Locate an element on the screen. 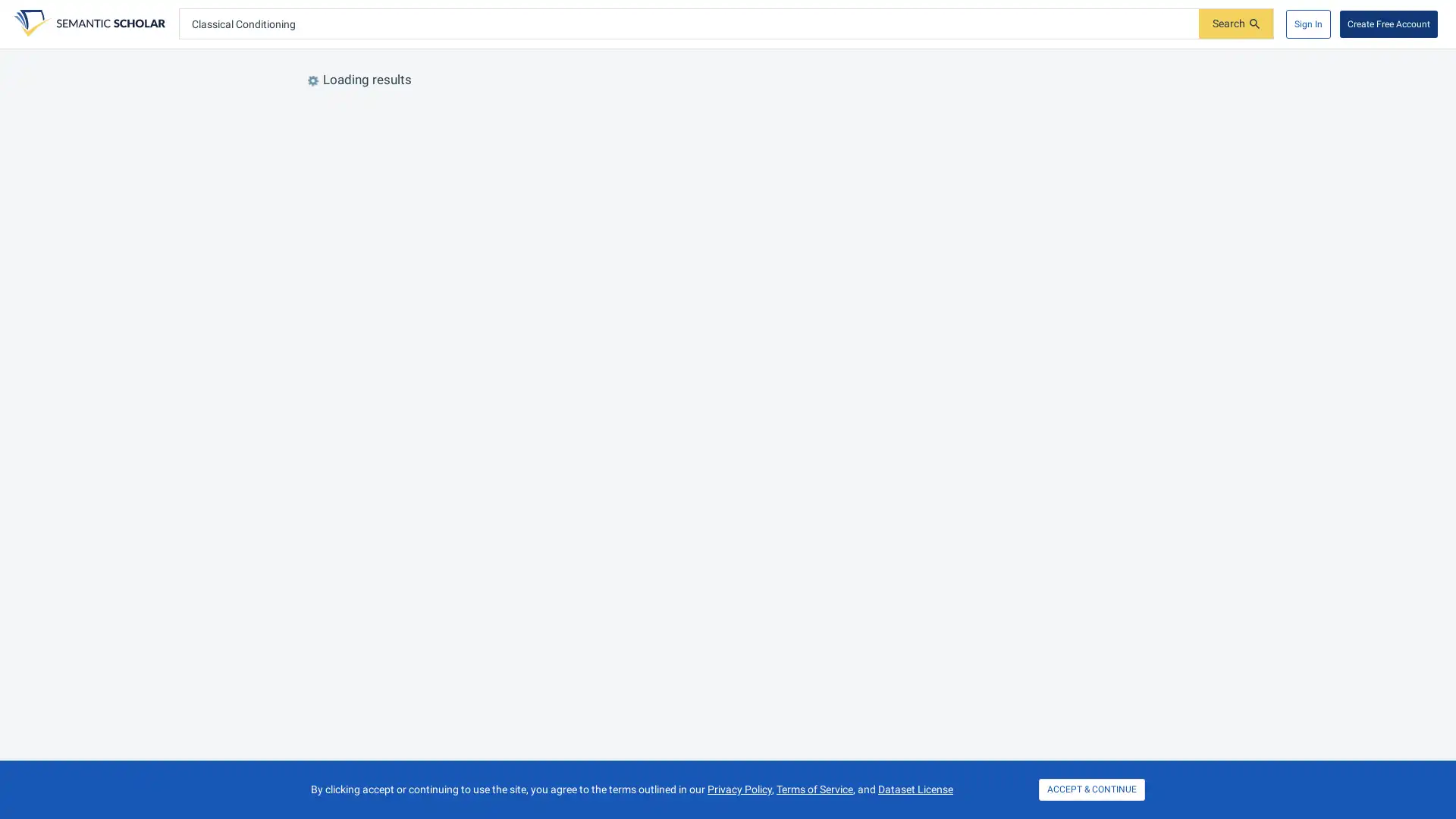  Expand truncated text is located at coordinates (843, 291).